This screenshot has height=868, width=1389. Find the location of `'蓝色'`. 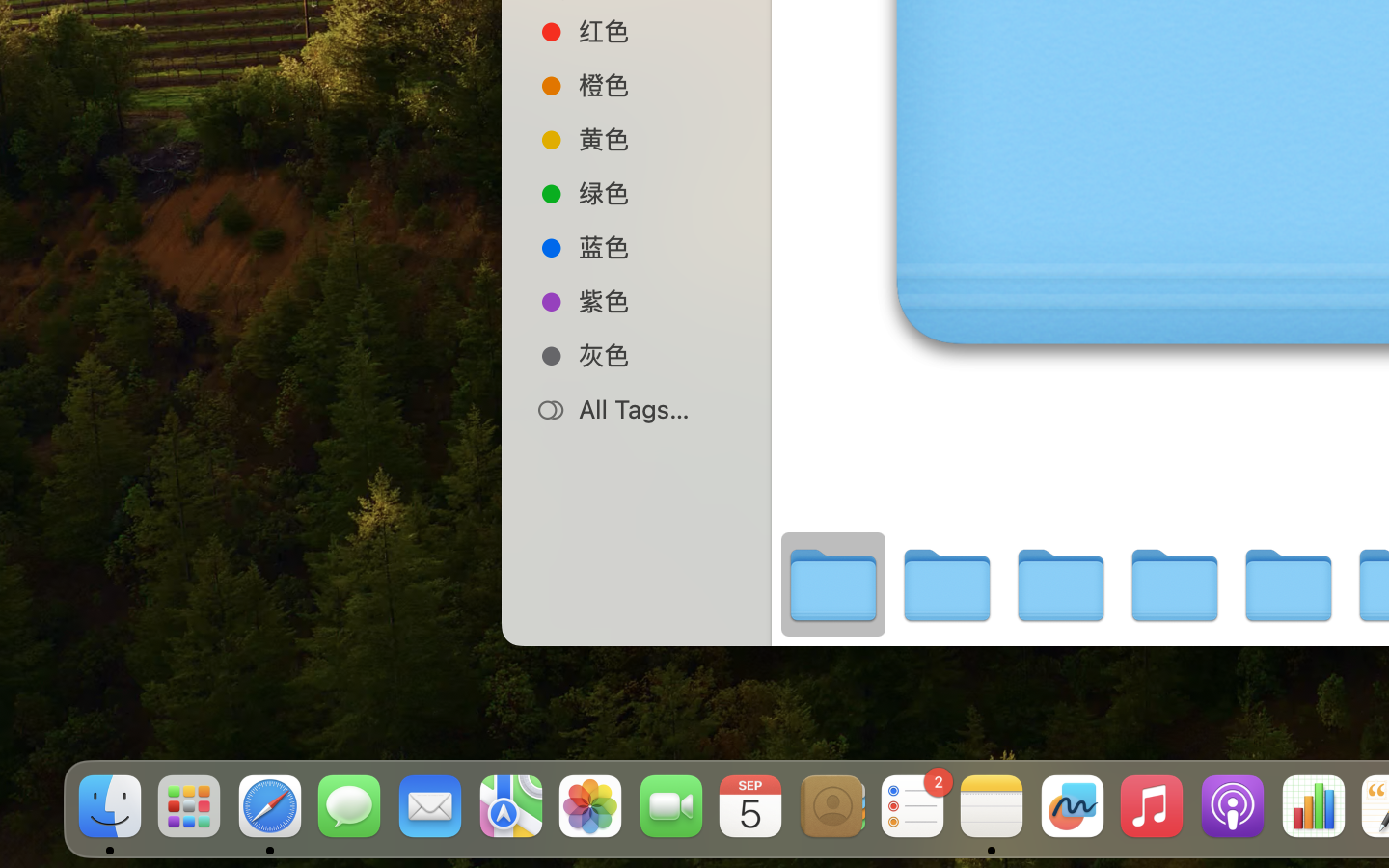

'蓝色' is located at coordinates (656, 245).